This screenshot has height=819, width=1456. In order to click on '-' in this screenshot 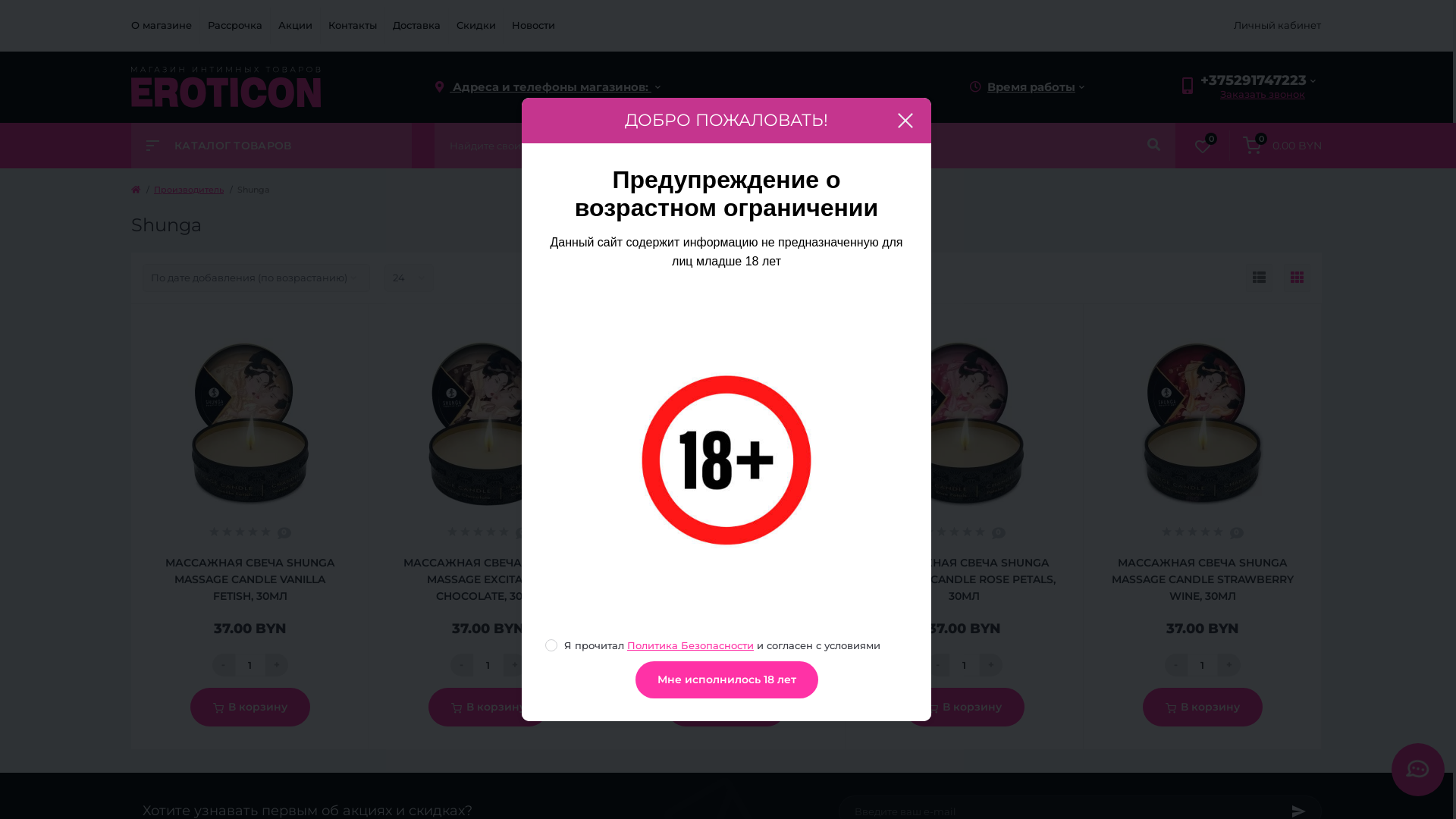, I will do `click(1164, 664)`.